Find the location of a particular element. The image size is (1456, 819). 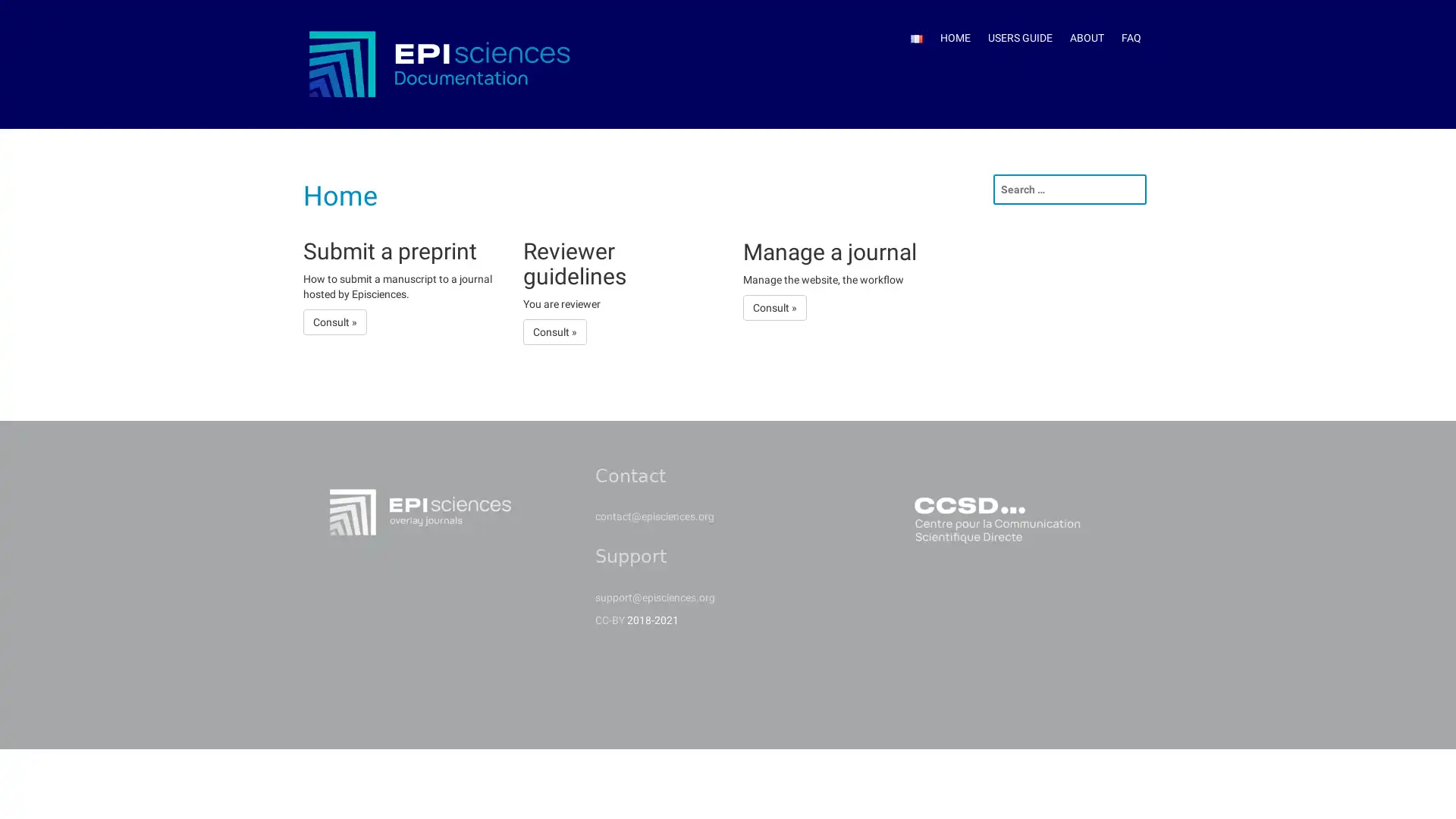

Consult is located at coordinates (334, 321).